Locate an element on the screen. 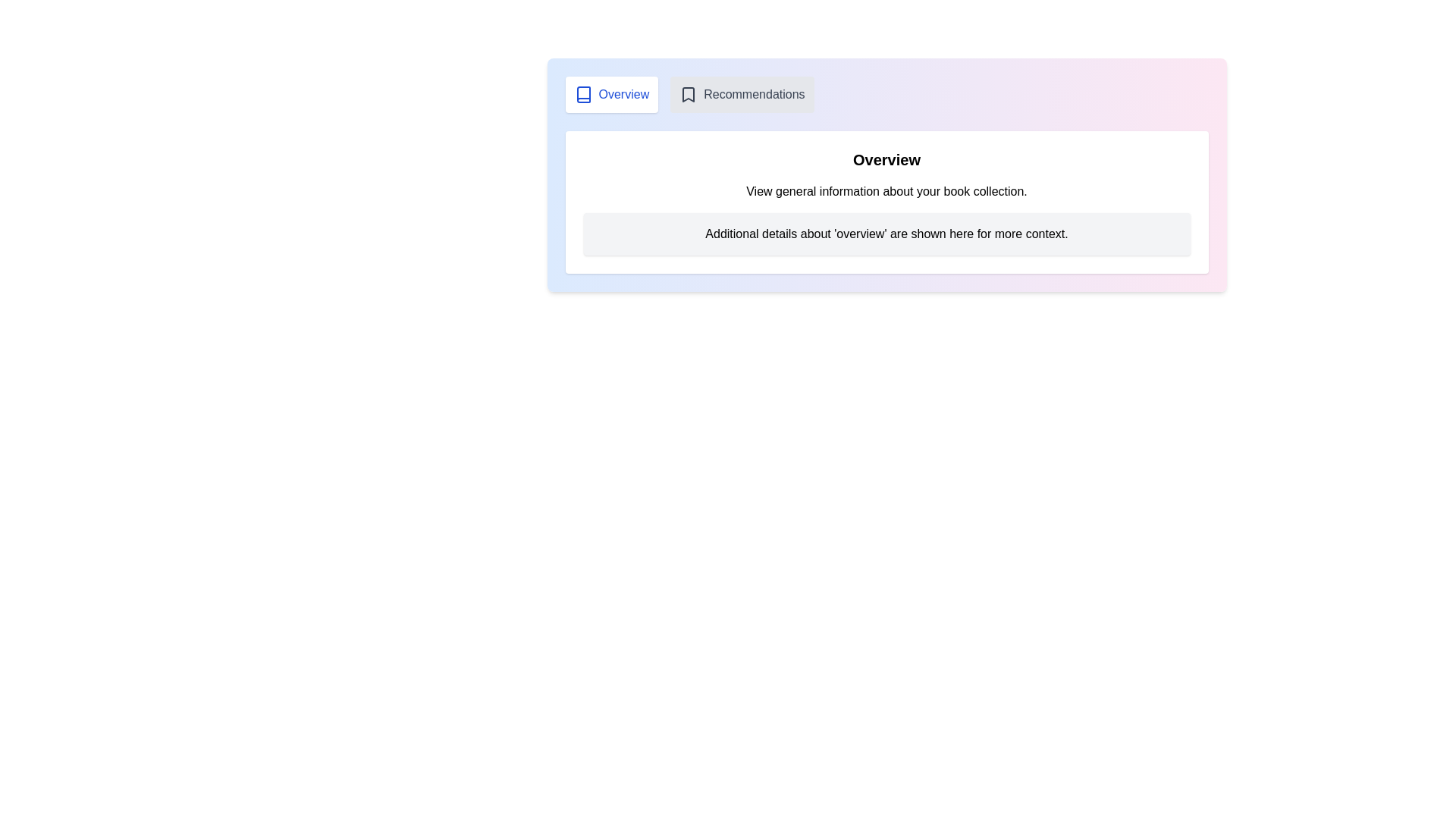 This screenshot has width=1456, height=819. the Overview tab by clicking on its button is located at coordinates (611, 94).